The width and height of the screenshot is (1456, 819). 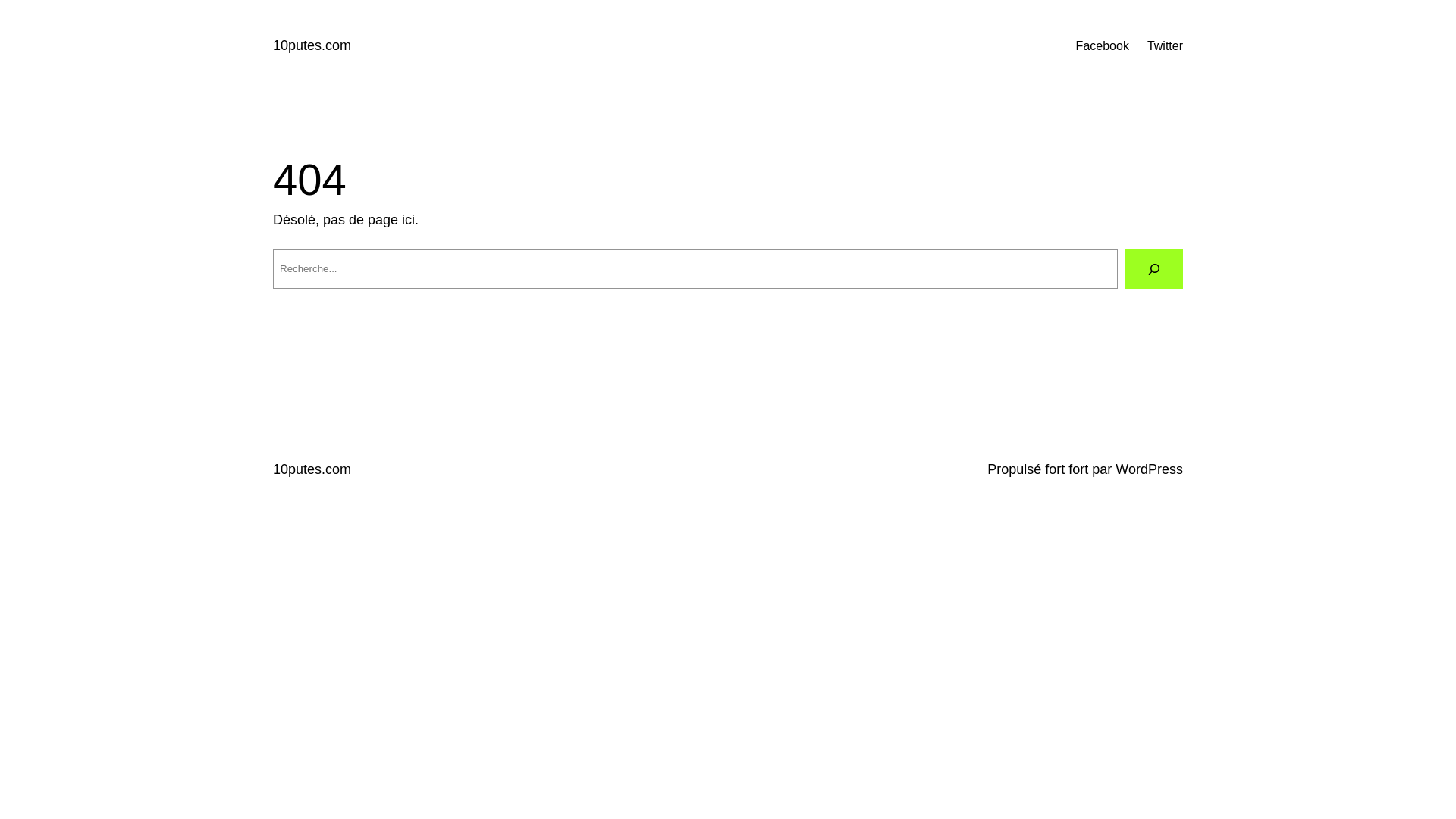 What do you see at coordinates (1164, 45) in the screenshot?
I see `'Twitter'` at bounding box center [1164, 45].